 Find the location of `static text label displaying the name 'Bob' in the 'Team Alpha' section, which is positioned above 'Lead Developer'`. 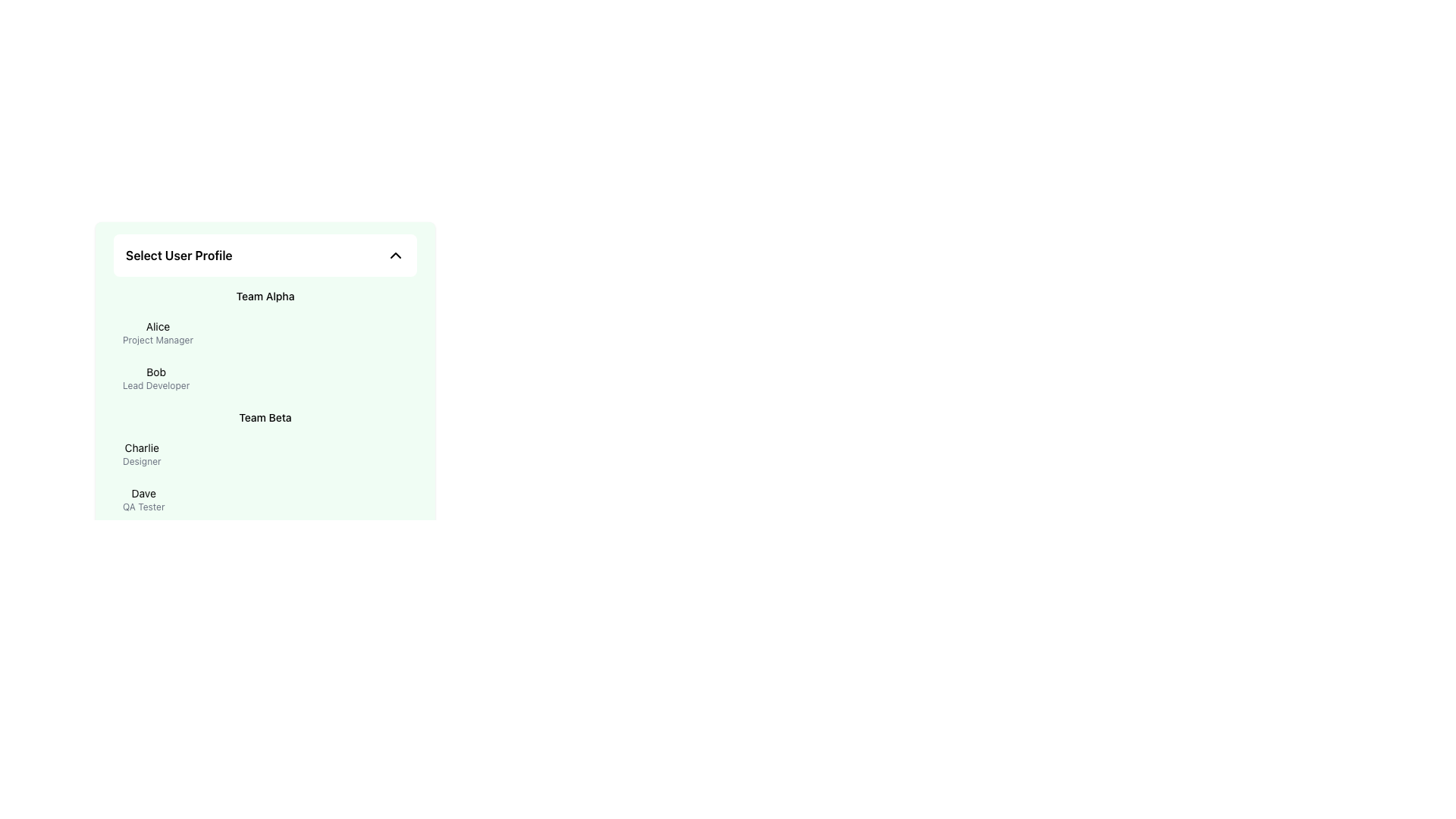

static text label displaying the name 'Bob' in the 'Team Alpha' section, which is positioned above 'Lead Developer' is located at coordinates (156, 372).